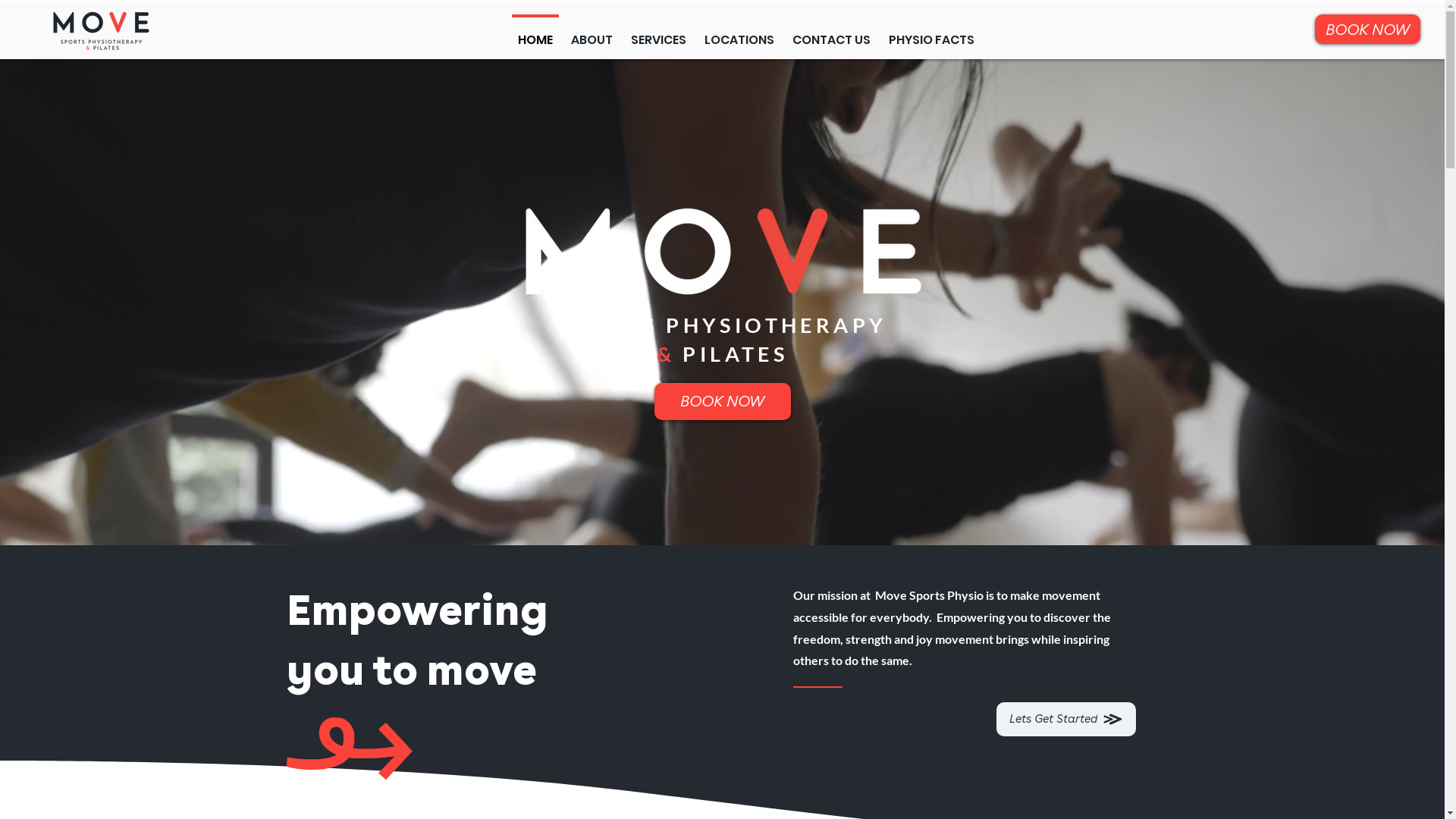 This screenshot has height=819, width=1456. I want to click on 'HOME', so click(509, 33).